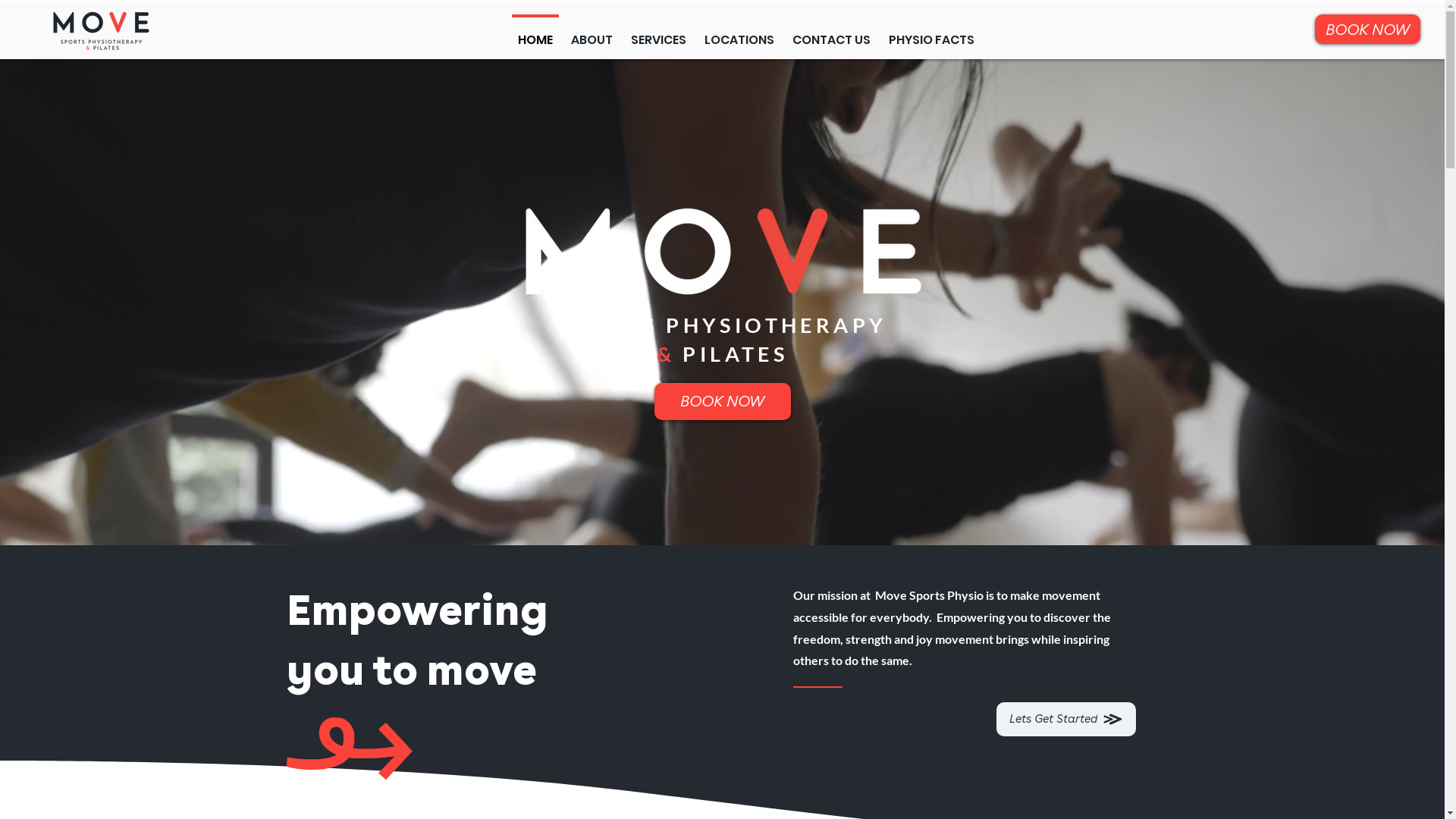 This screenshot has height=819, width=1456. I want to click on 'HOME', so click(509, 33).